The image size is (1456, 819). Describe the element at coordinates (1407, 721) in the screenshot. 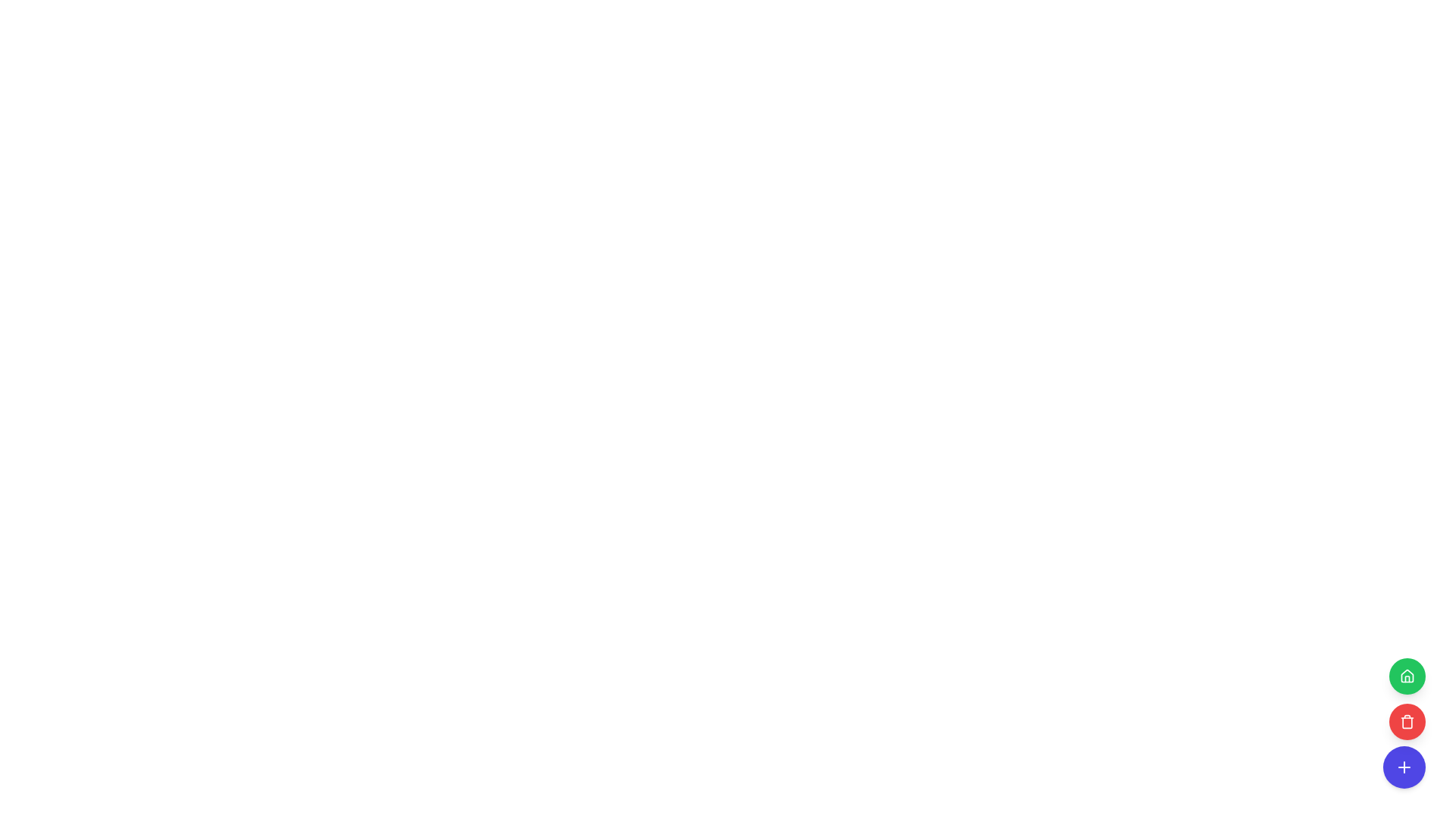

I see `the trash button located in the bottom-right corner of the interface, which is the second button in a vertical stack` at that location.